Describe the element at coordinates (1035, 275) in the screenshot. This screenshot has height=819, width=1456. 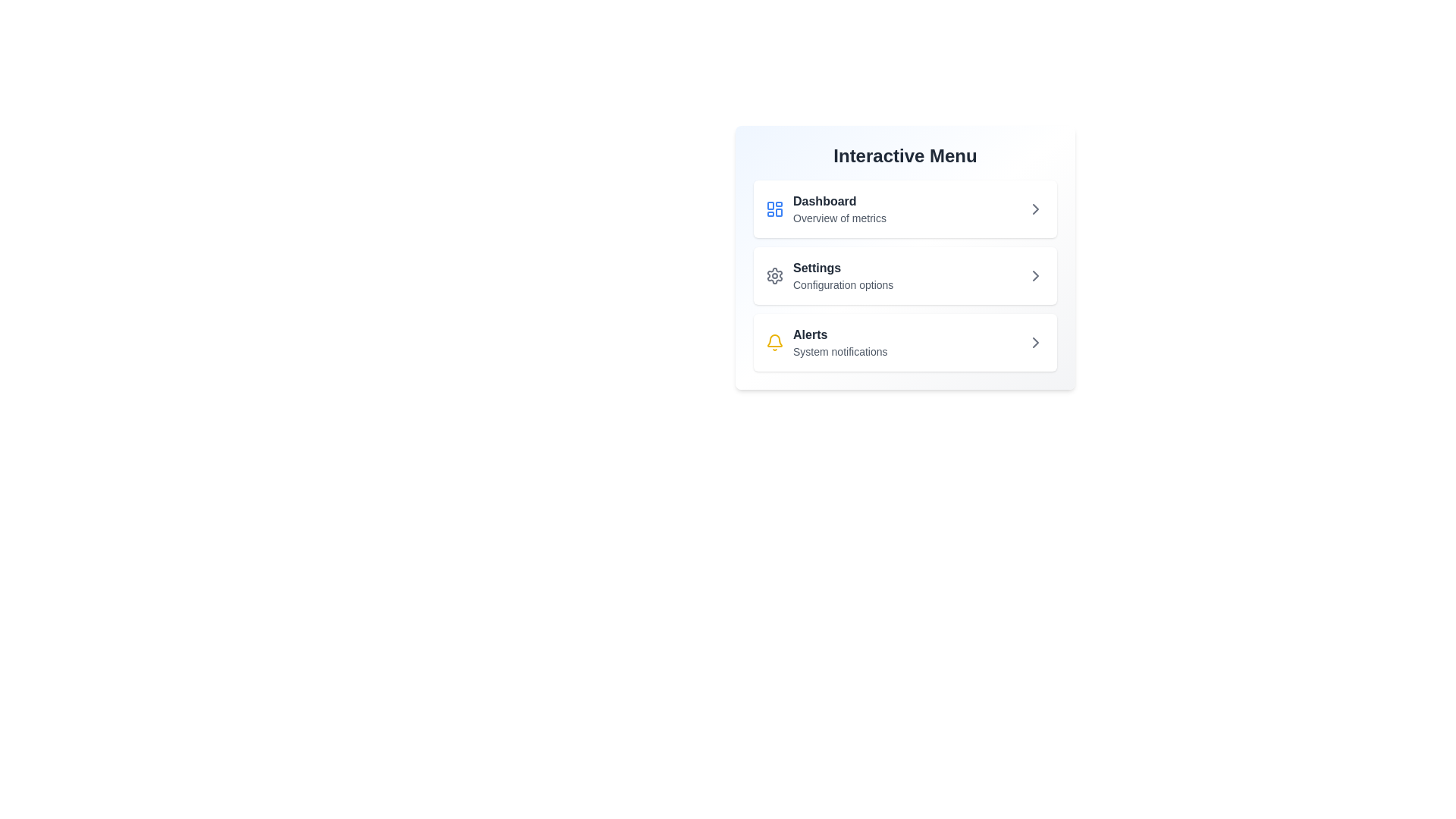
I see `the right-pointing gray chevron icon located at the far right of the second row in the 'Interactive Menu' panel, following the text 'Settings' and 'Configuration options'` at that location.